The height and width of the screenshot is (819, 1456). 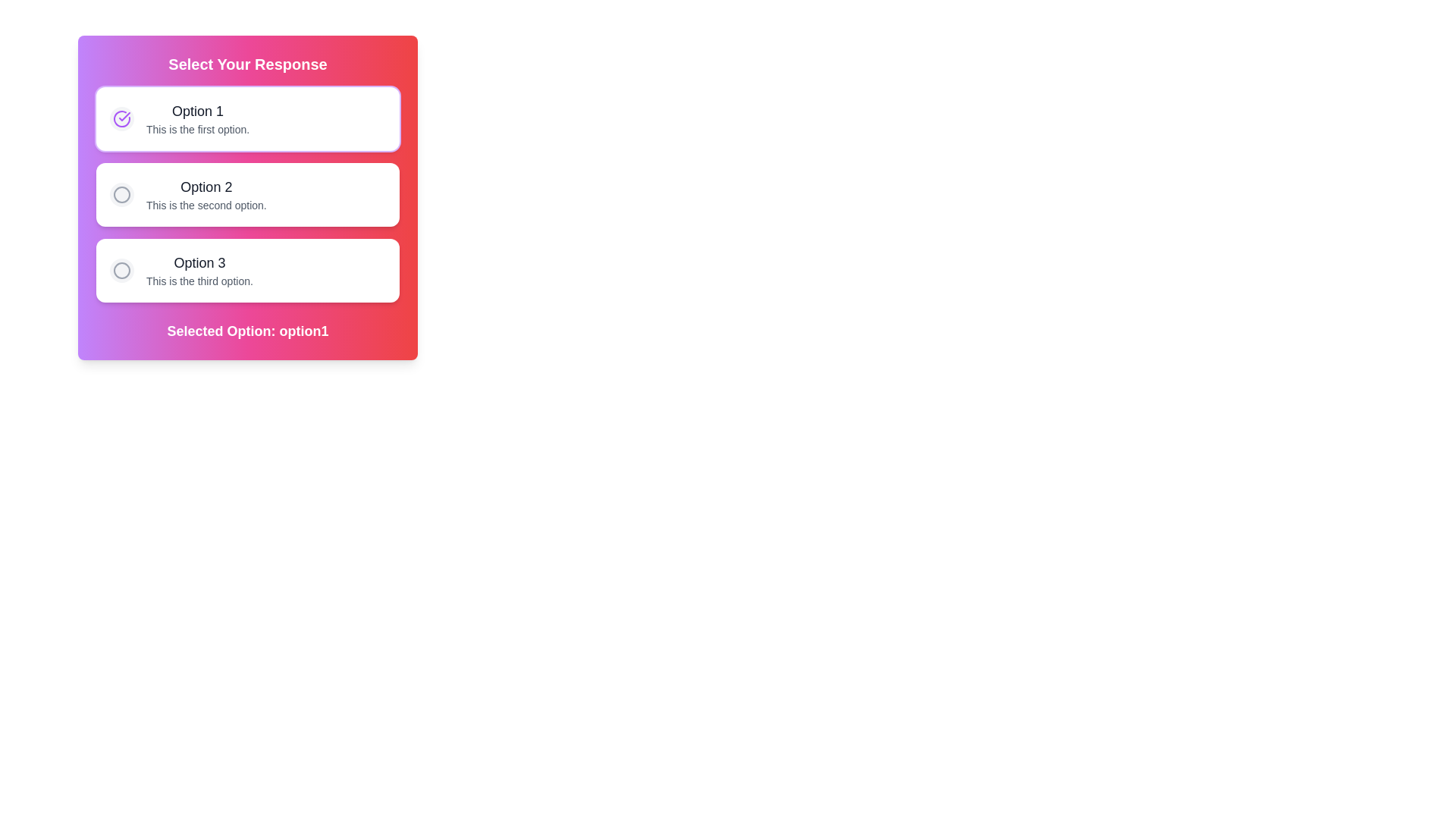 I want to click on the text label that says 'This is the second option.' which is positioned below the 'Option 2' radio button, so click(x=206, y=205).